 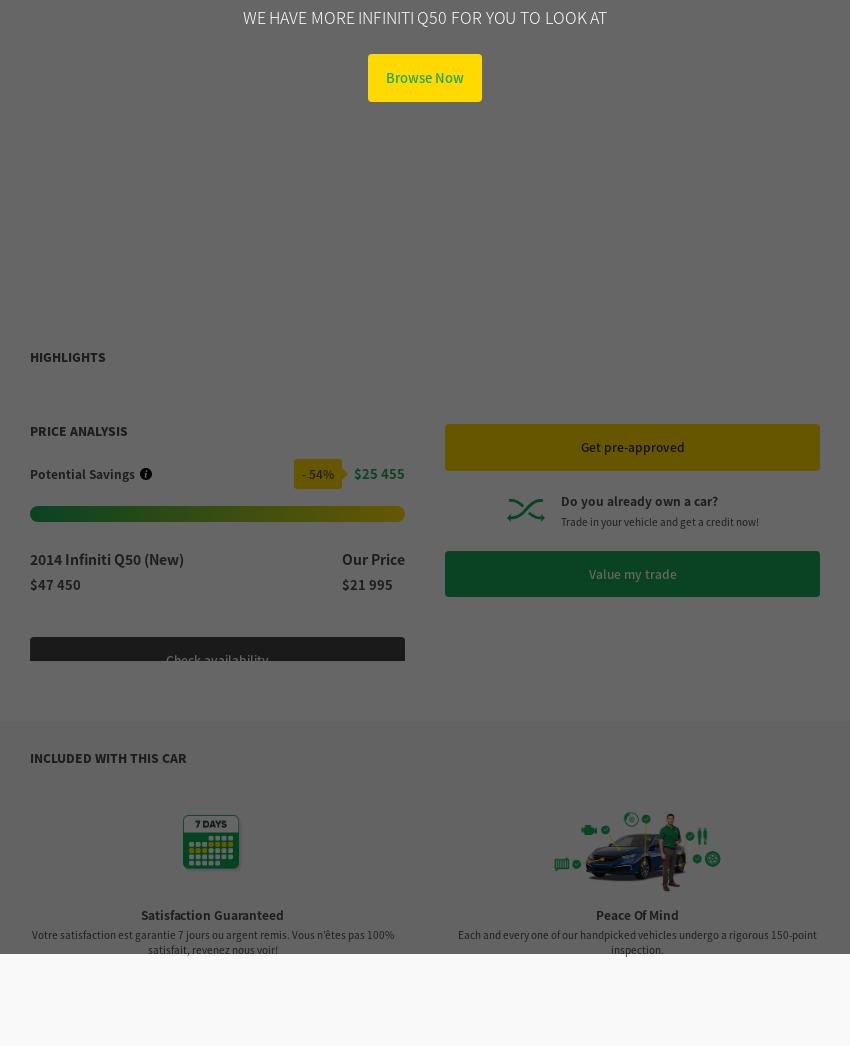 I want to click on 'Transmission', so click(x=94, y=905).